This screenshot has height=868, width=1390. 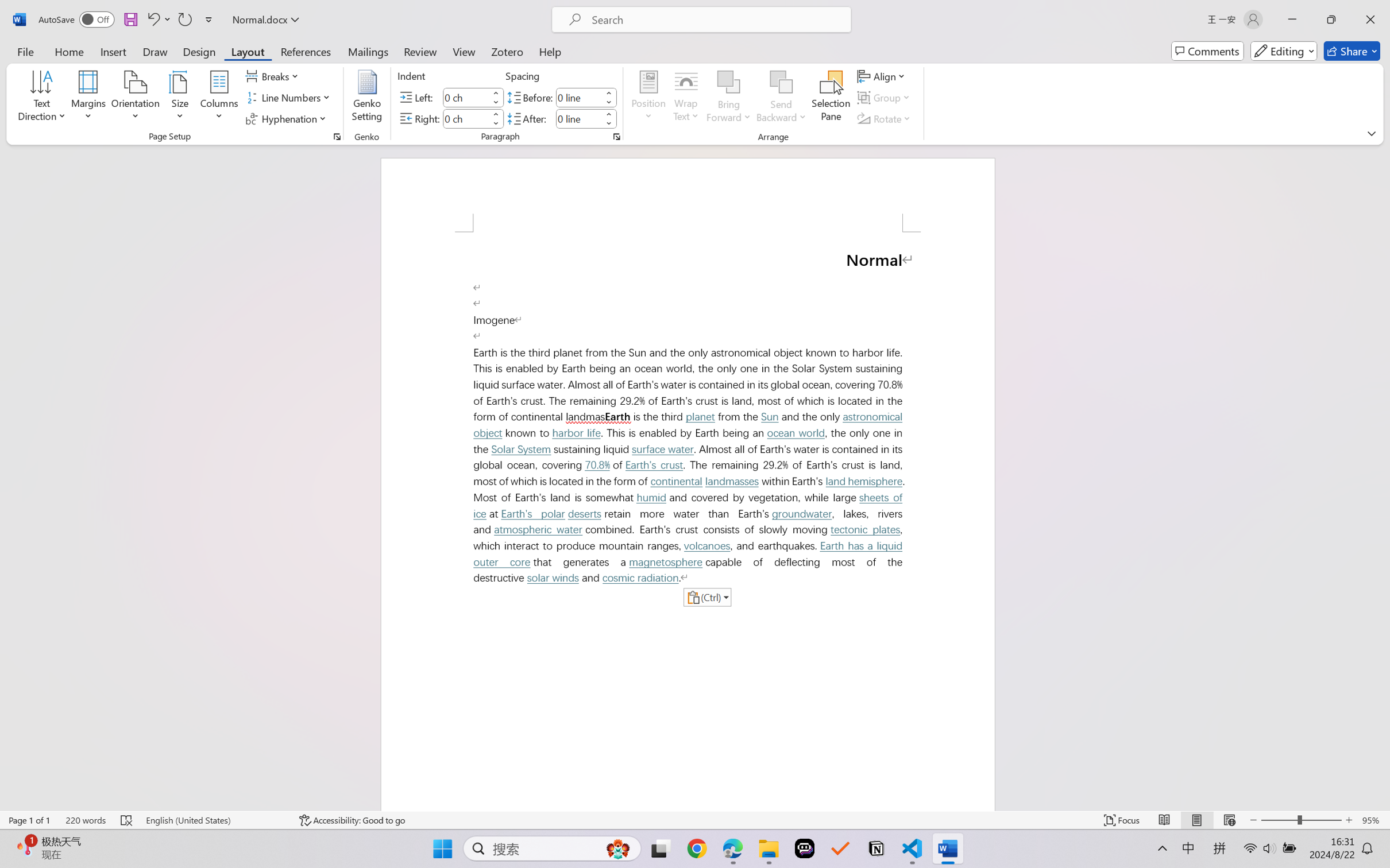 What do you see at coordinates (864, 480) in the screenshot?
I see `'land hemisphere'` at bounding box center [864, 480].